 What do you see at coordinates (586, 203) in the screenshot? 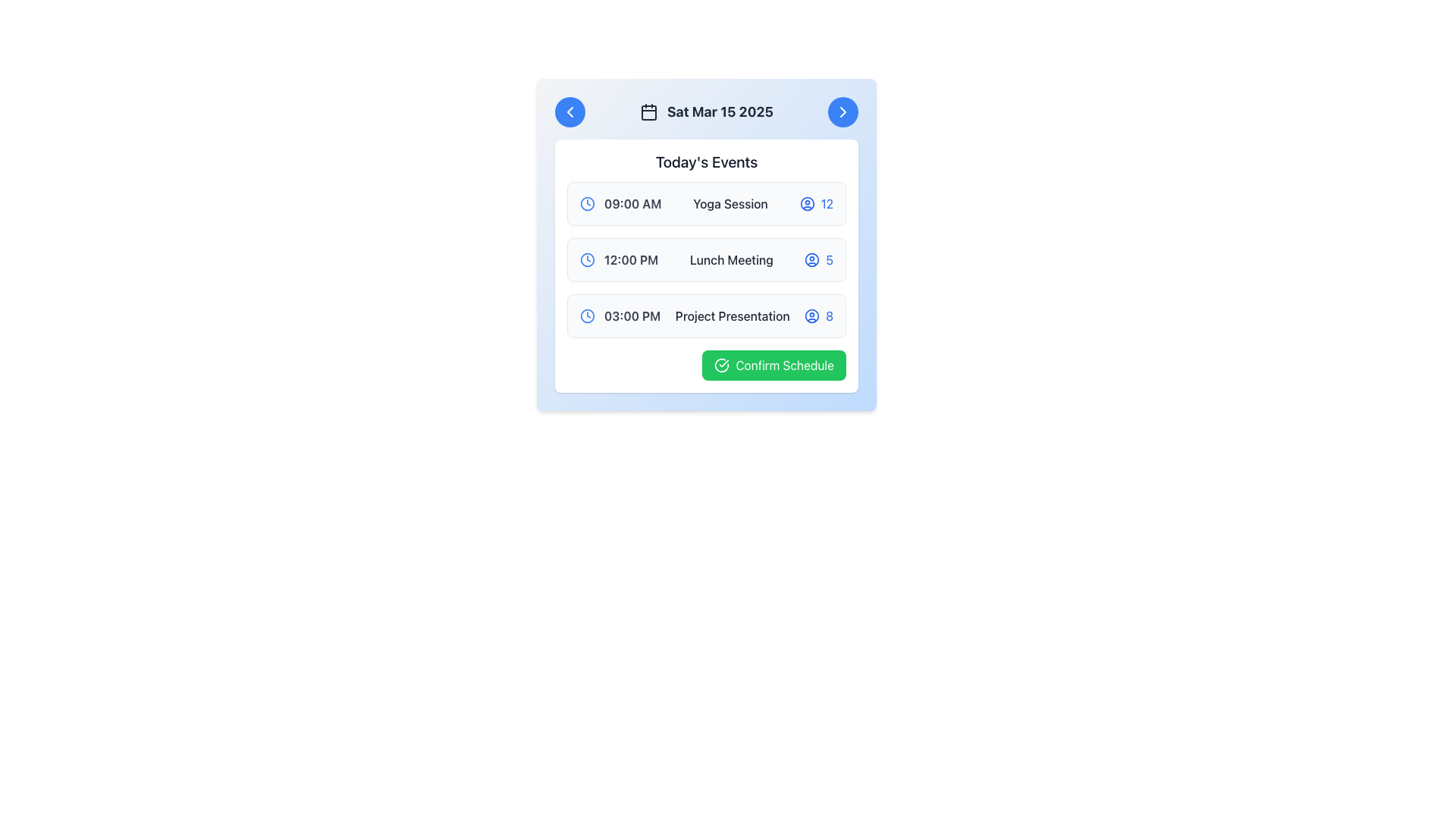
I see `the blue outline clock icon located next to the text '09:00 AM' in the first event entry of the schedule` at bounding box center [586, 203].